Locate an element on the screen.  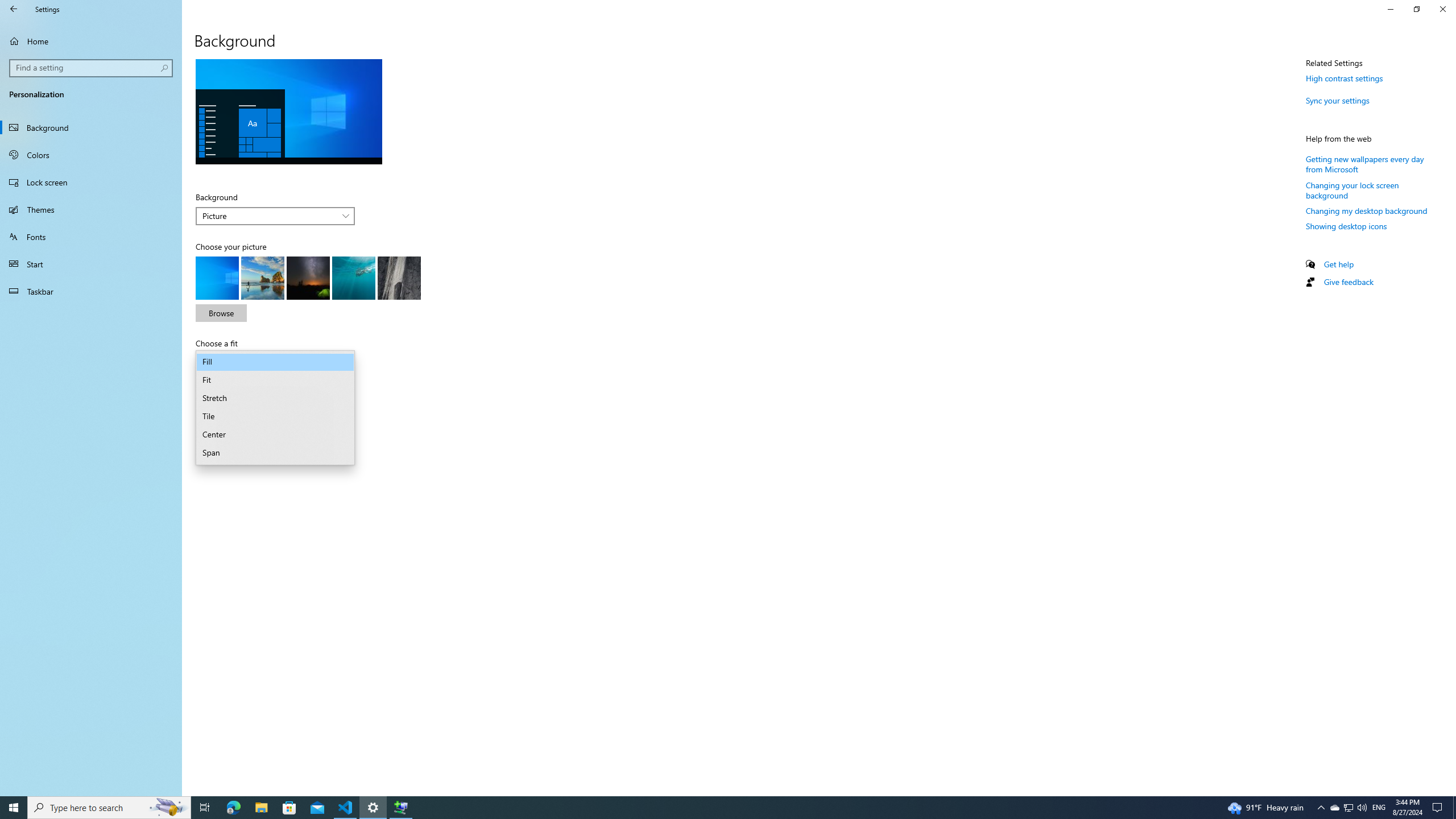
'Visual Studio Code - 1 running window' is located at coordinates (345, 806).